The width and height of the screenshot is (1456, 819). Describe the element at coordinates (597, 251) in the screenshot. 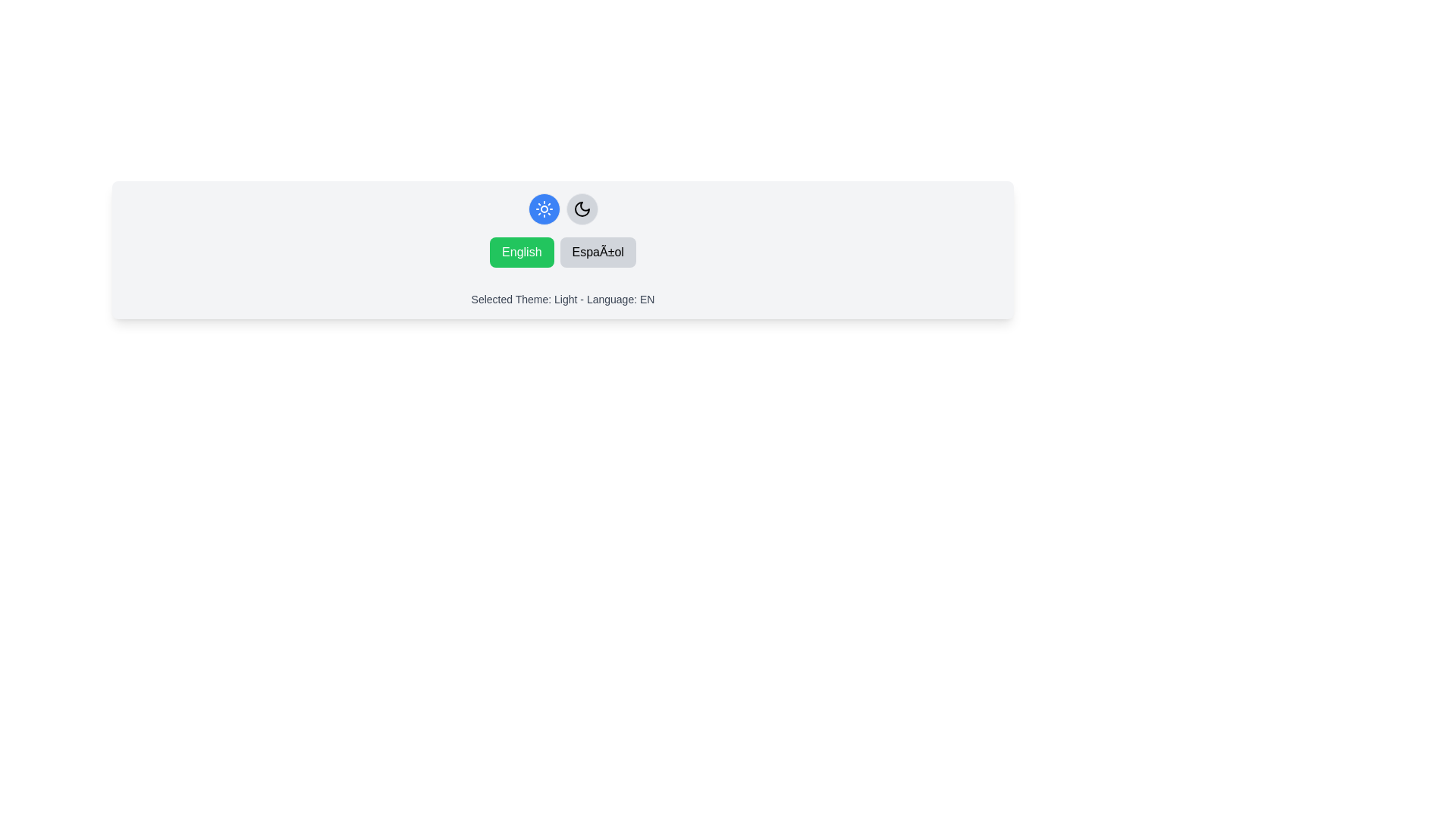

I see `the 'Español' button, which has a light gray background and rounded corners` at that location.